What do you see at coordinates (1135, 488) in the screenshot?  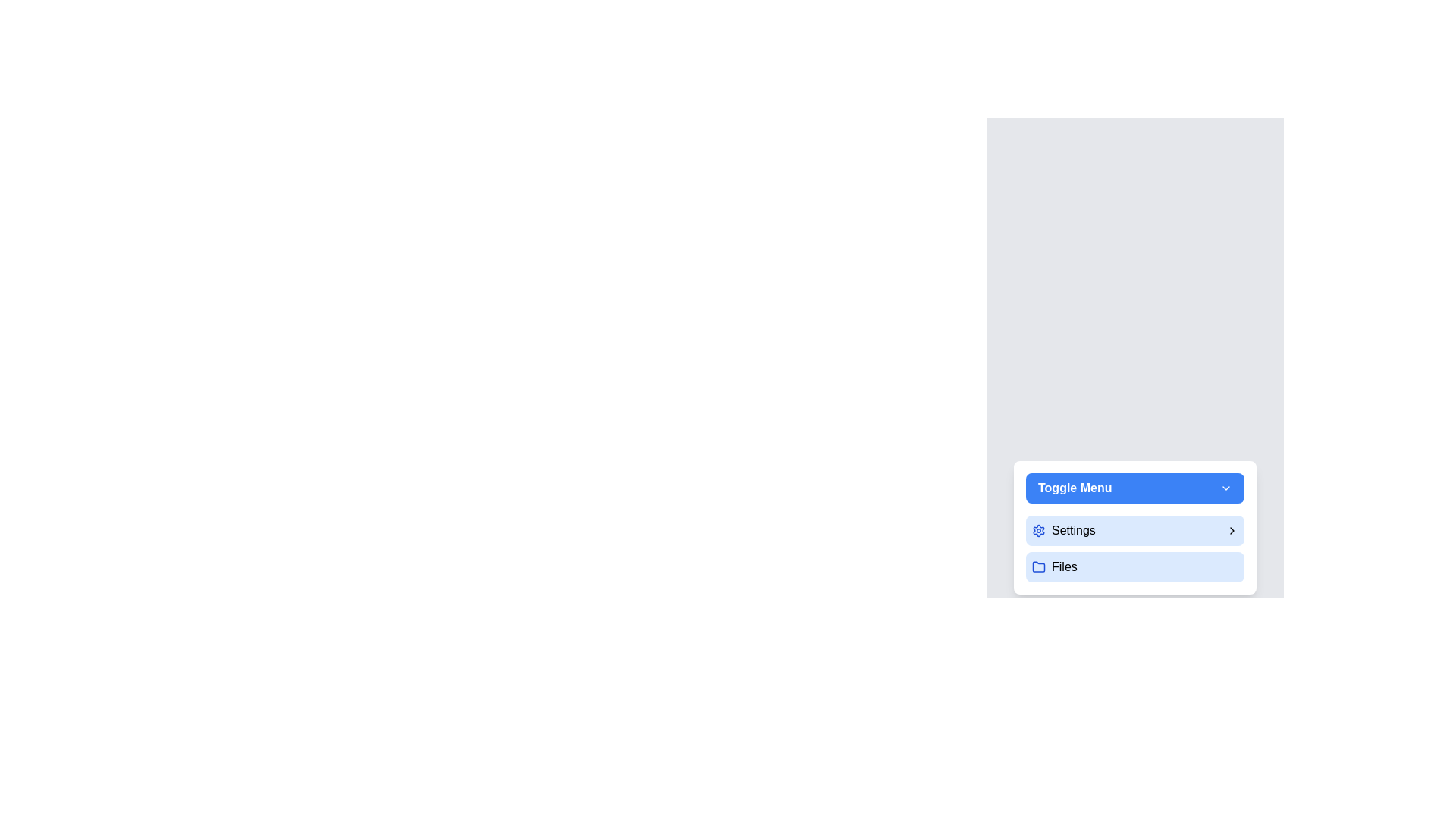 I see `the 'Toggle Menu' button to toggle the menu open or closed` at bounding box center [1135, 488].